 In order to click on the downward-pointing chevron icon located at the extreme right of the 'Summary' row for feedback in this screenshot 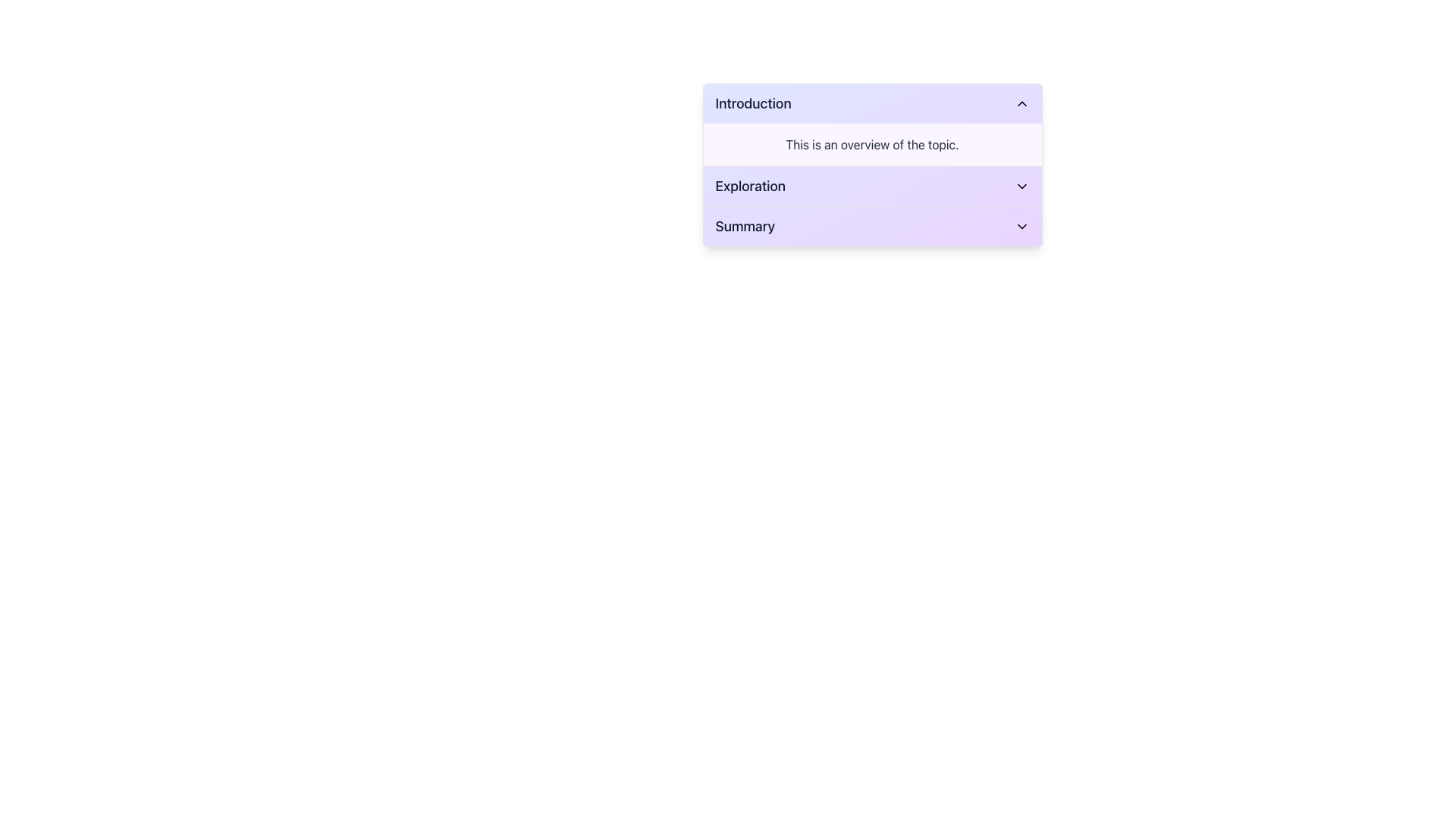, I will do `click(1021, 227)`.